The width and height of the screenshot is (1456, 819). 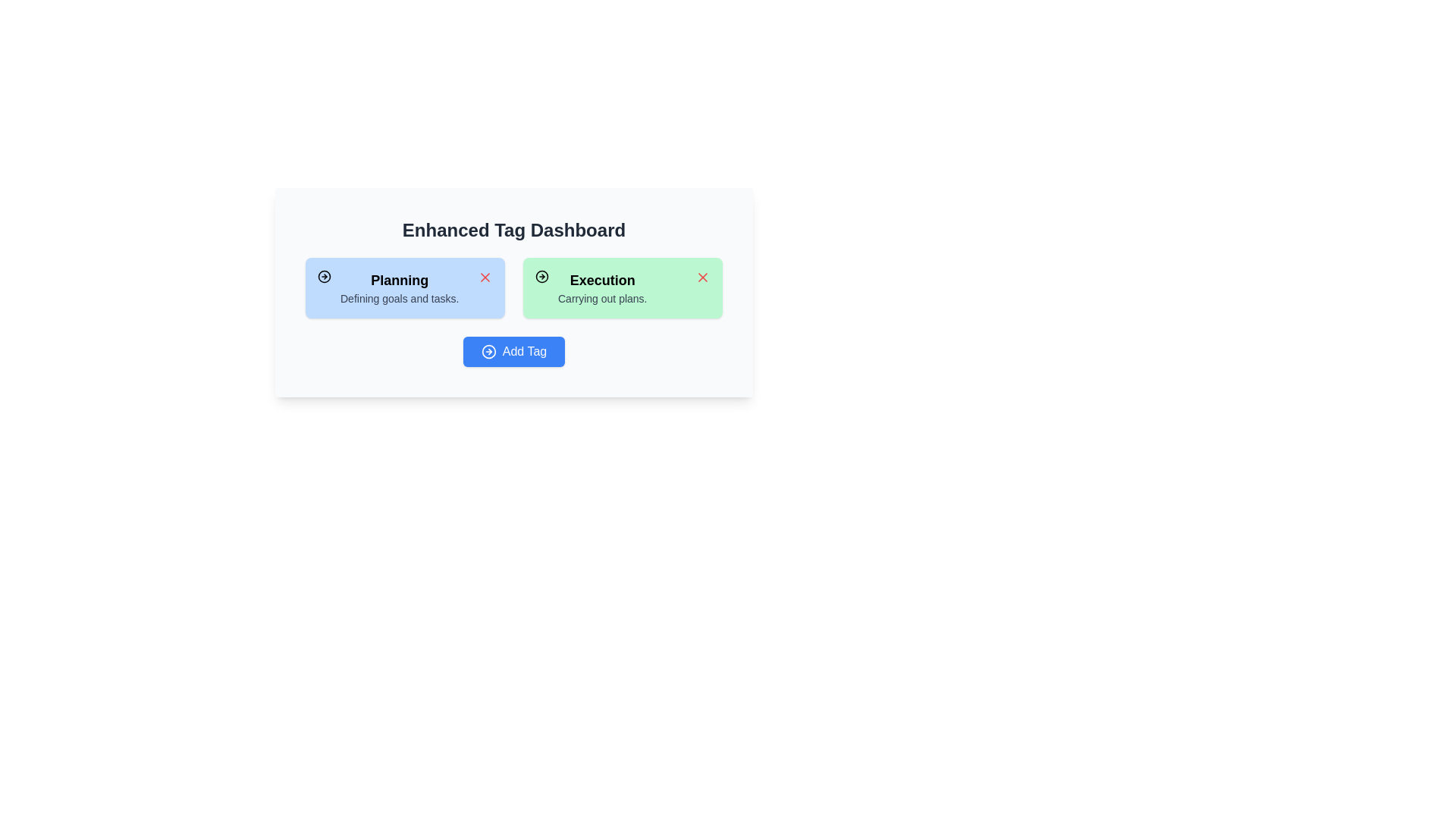 What do you see at coordinates (623, 288) in the screenshot?
I see `the second informational card representing the 'Execution' phase of a project in the task management interface` at bounding box center [623, 288].